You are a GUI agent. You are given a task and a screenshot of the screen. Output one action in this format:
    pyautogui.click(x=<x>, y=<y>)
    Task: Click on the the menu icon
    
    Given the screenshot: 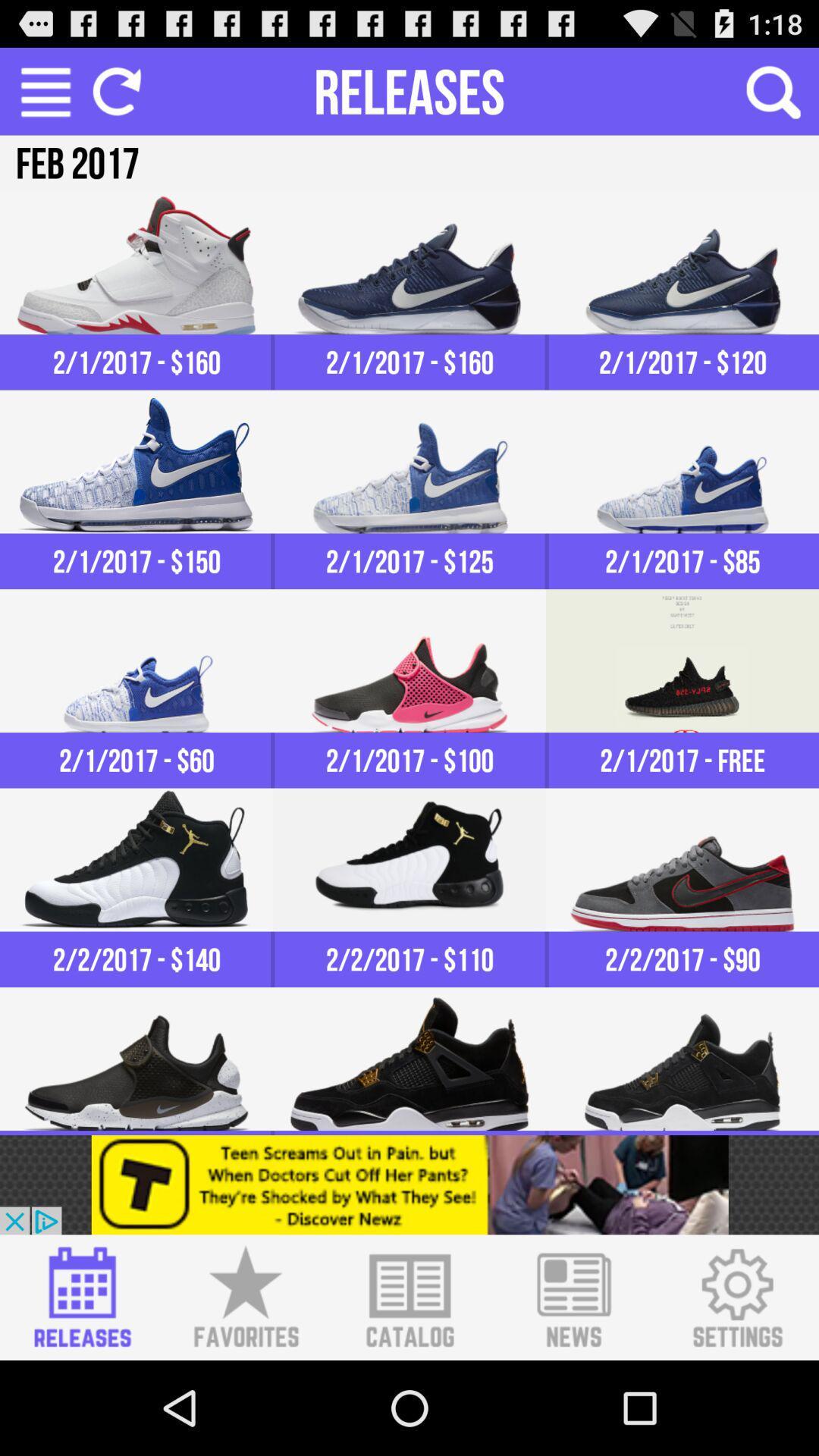 What is the action you would take?
    pyautogui.click(x=45, y=97)
    